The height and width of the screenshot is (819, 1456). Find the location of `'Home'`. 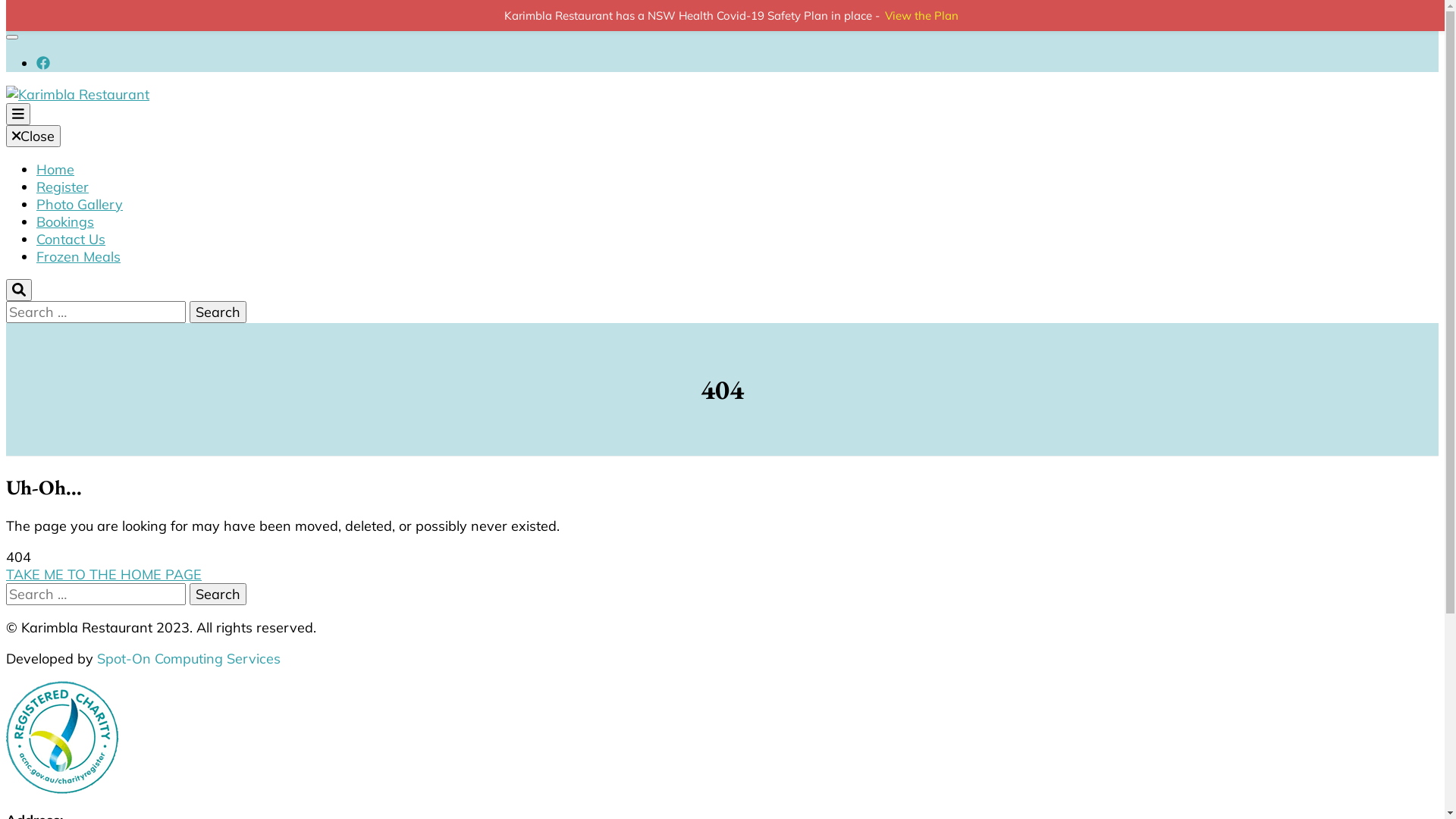

'Home' is located at coordinates (55, 169).